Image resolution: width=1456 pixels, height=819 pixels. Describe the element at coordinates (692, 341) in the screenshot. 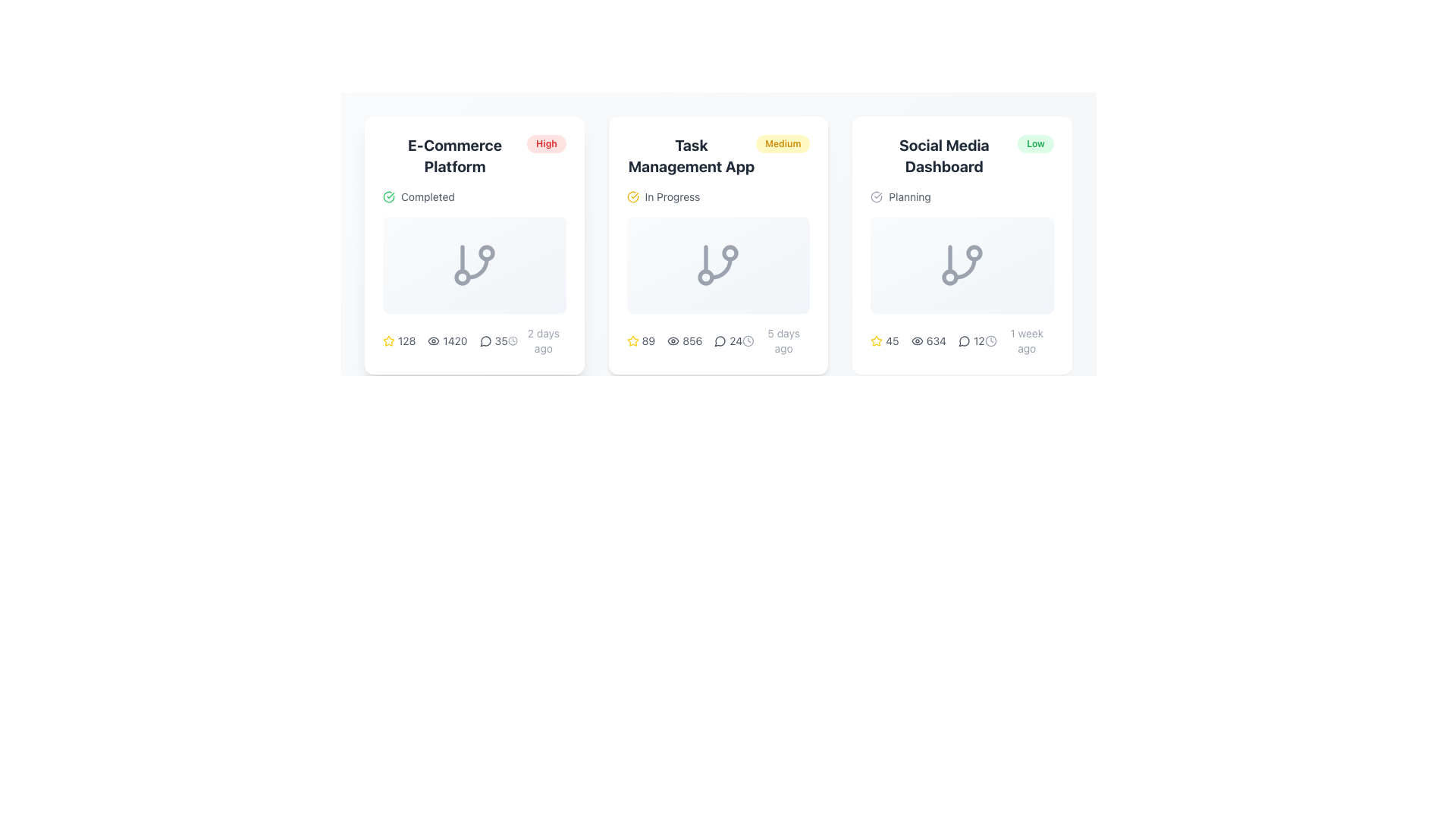

I see `the metric display showing '856' that is located to the right of an eye icon within the 'Task Management App' card` at that location.